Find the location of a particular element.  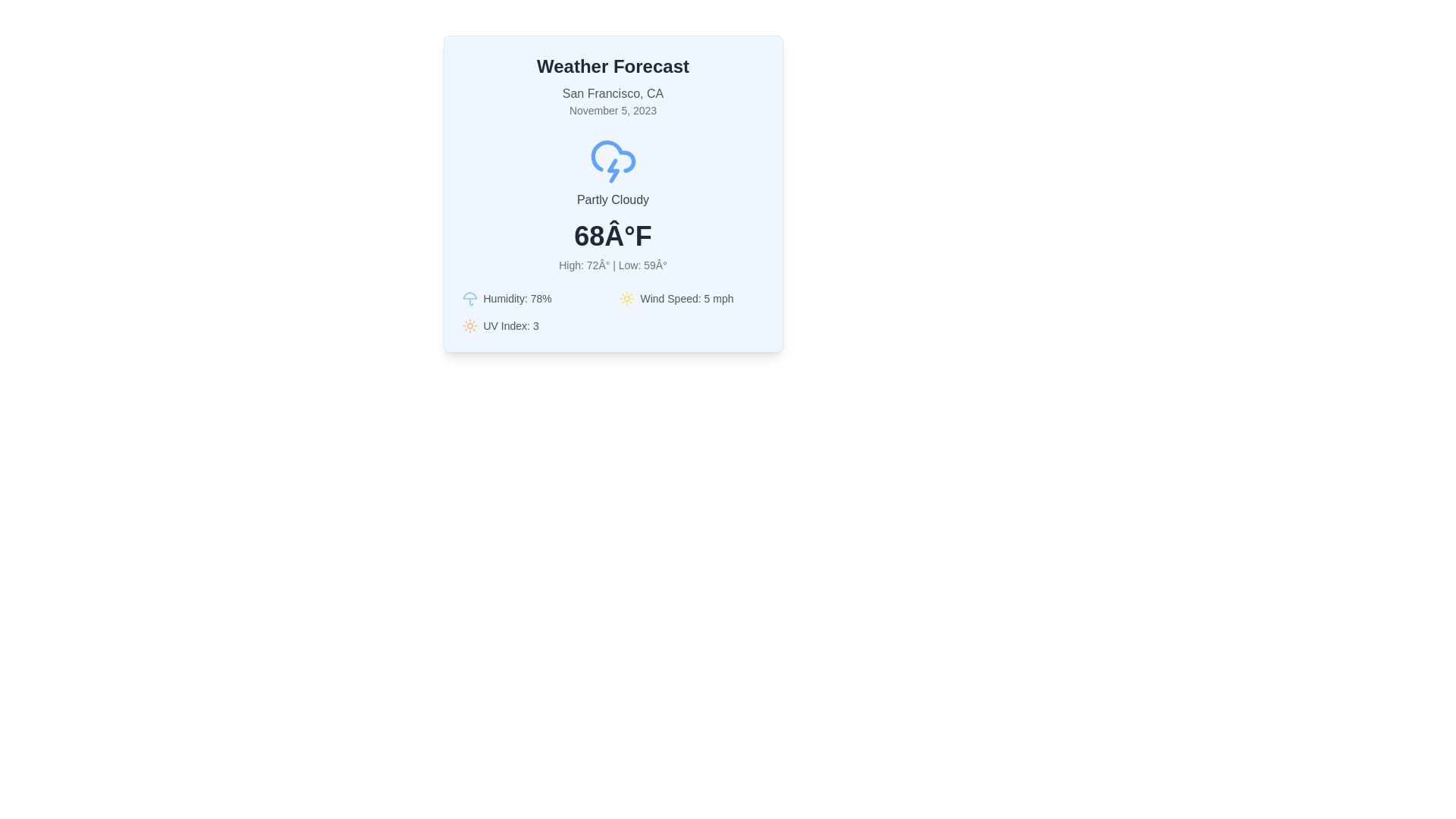

the Label displaying 'Partly Cloudy' that is located below the weather icon in the weather forecast card is located at coordinates (613, 199).